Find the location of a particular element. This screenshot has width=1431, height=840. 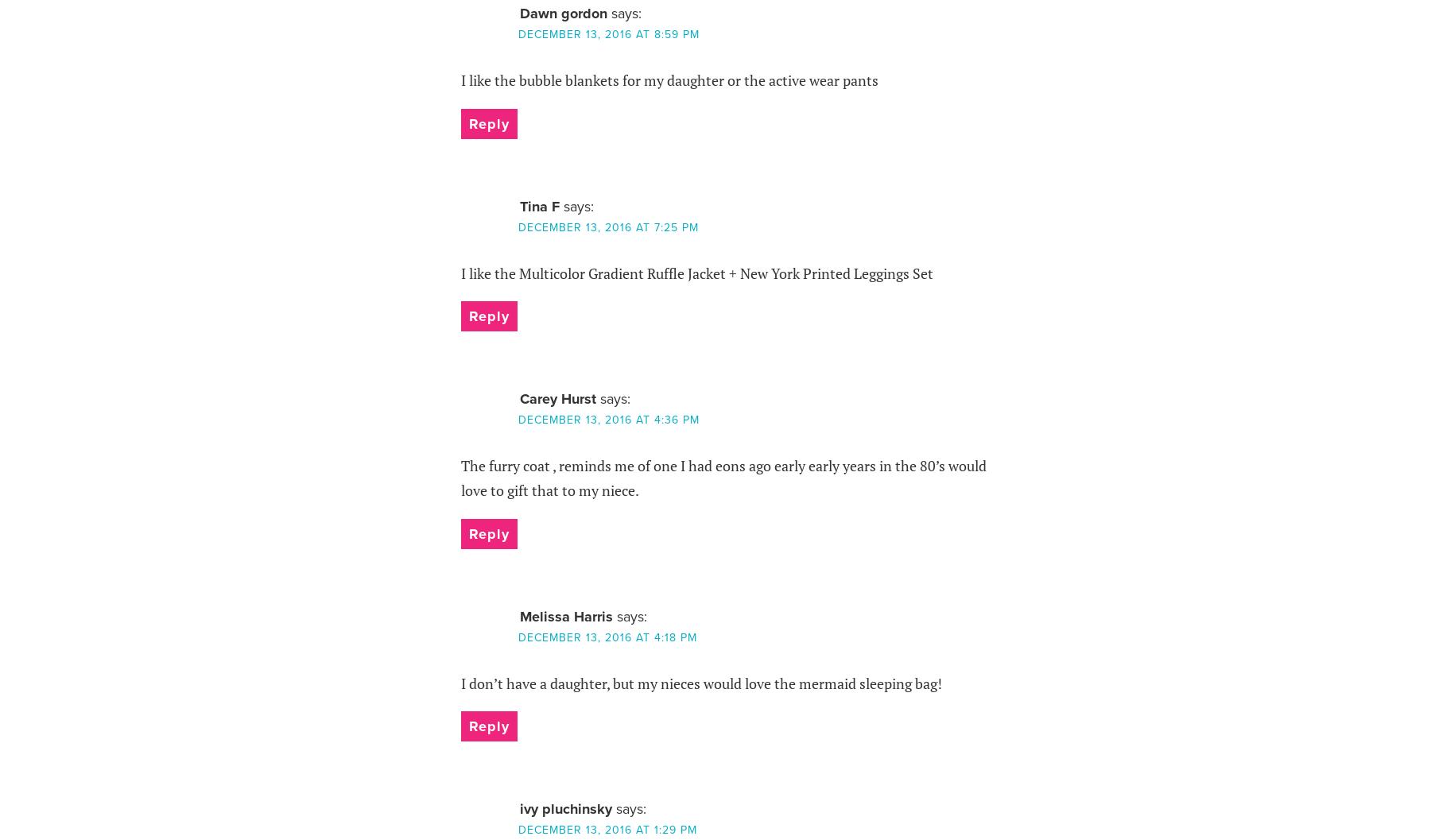

'December 13, 2016 at 4:36 pm' is located at coordinates (607, 420).